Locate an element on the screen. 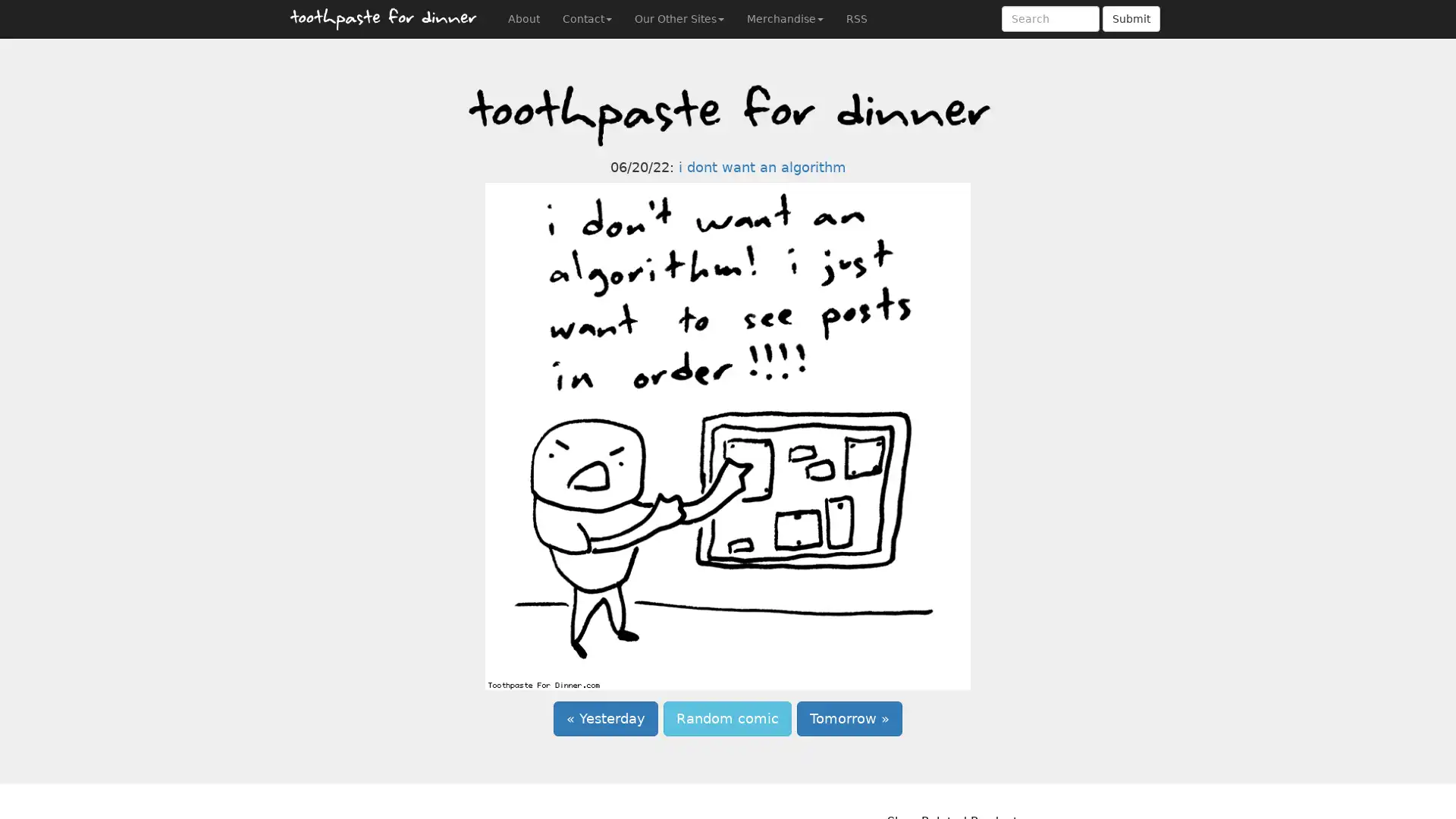 The height and width of the screenshot is (819, 1456). Submit is located at coordinates (1131, 18).